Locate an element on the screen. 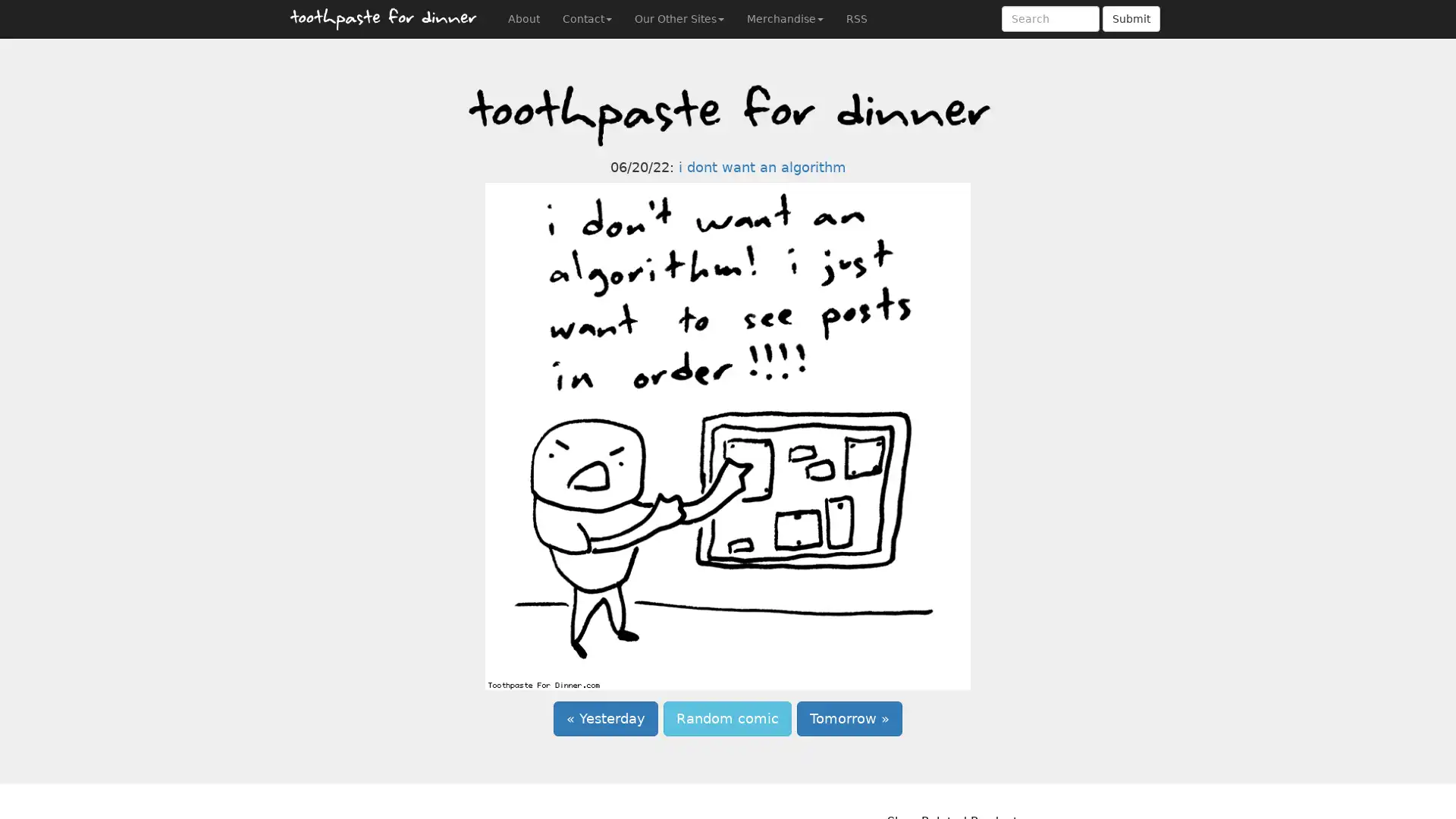 The height and width of the screenshot is (819, 1456). Submit is located at coordinates (1131, 18).